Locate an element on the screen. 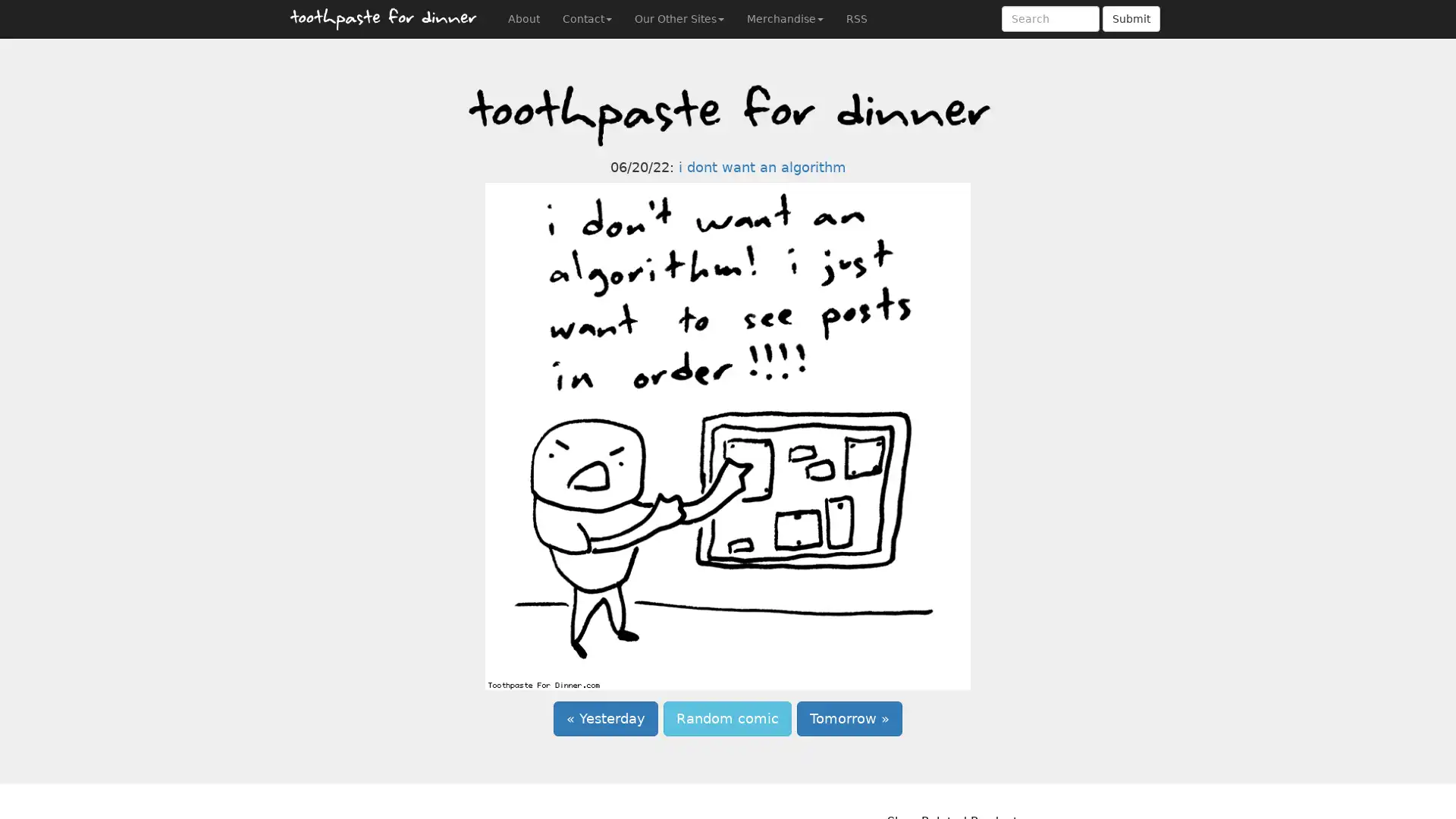 The height and width of the screenshot is (819, 1456). Submit is located at coordinates (1131, 18).